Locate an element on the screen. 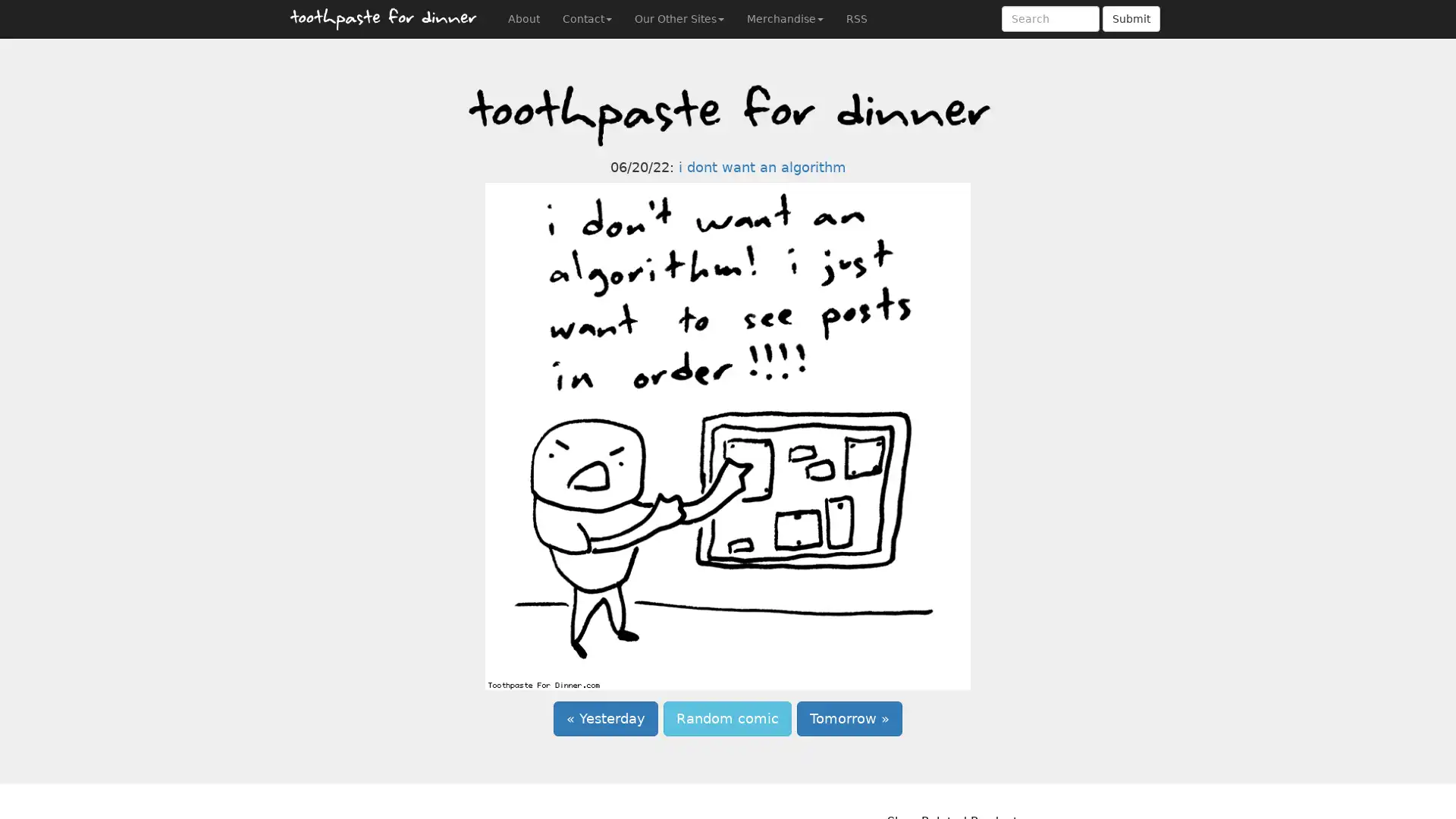 The height and width of the screenshot is (819, 1456). Submit is located at coordinates (1131, 18).